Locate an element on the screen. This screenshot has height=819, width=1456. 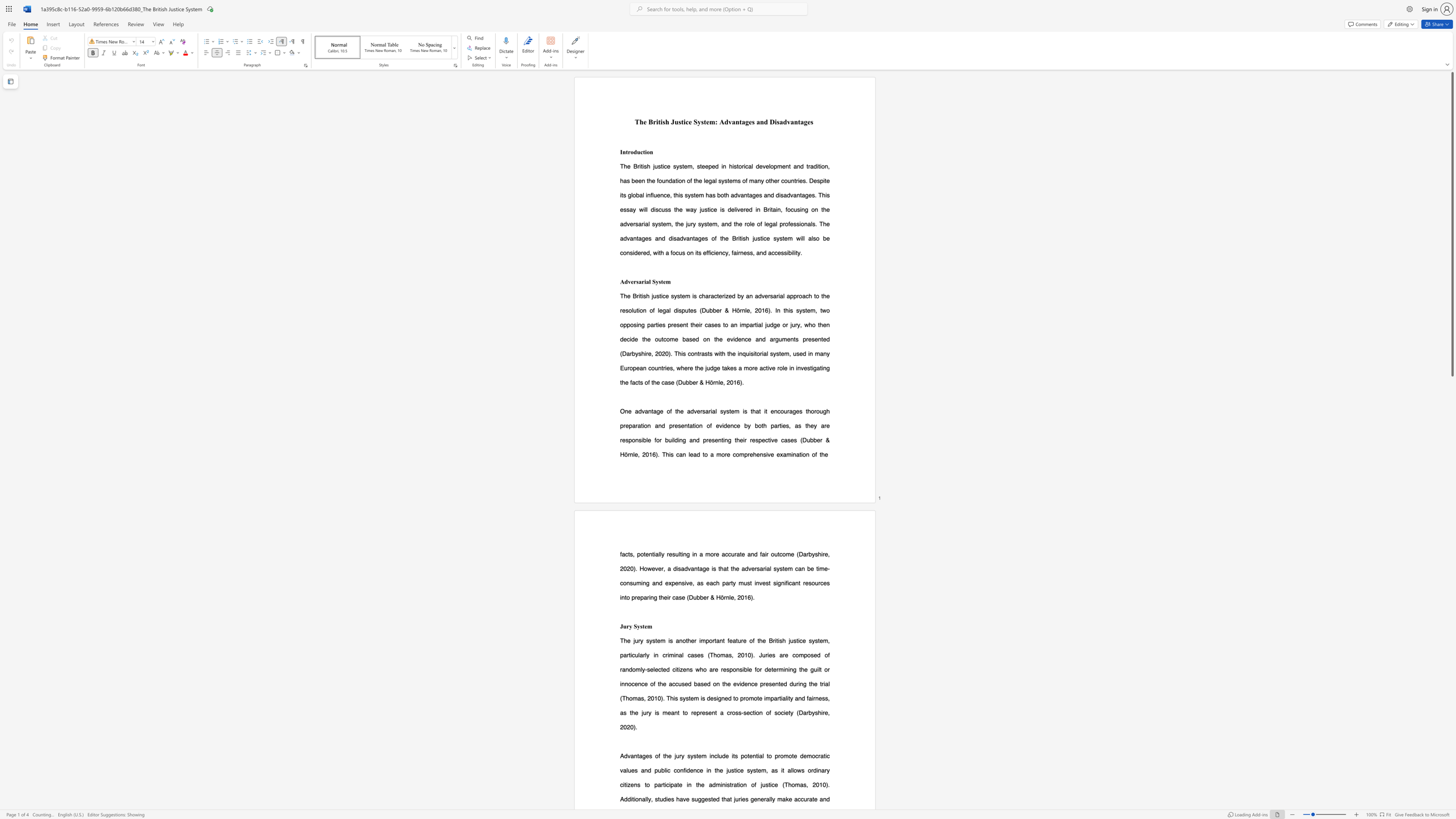
the scrollbar on the side is located at coordinates (1451, 541).